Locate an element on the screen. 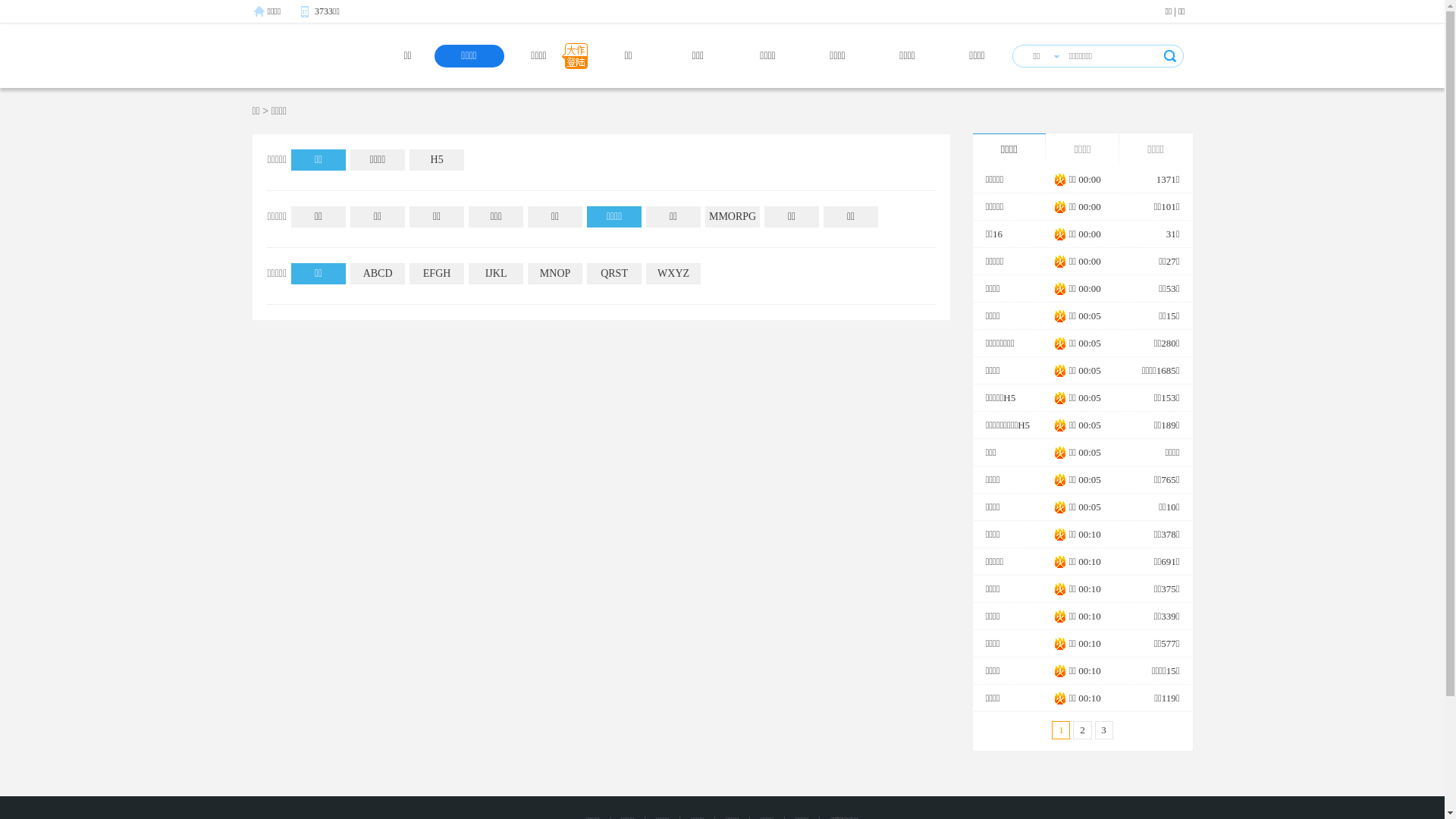 The height and width of the screenshot is (819, 1456). 'MMORPG' is located at coordinates (732, 216).